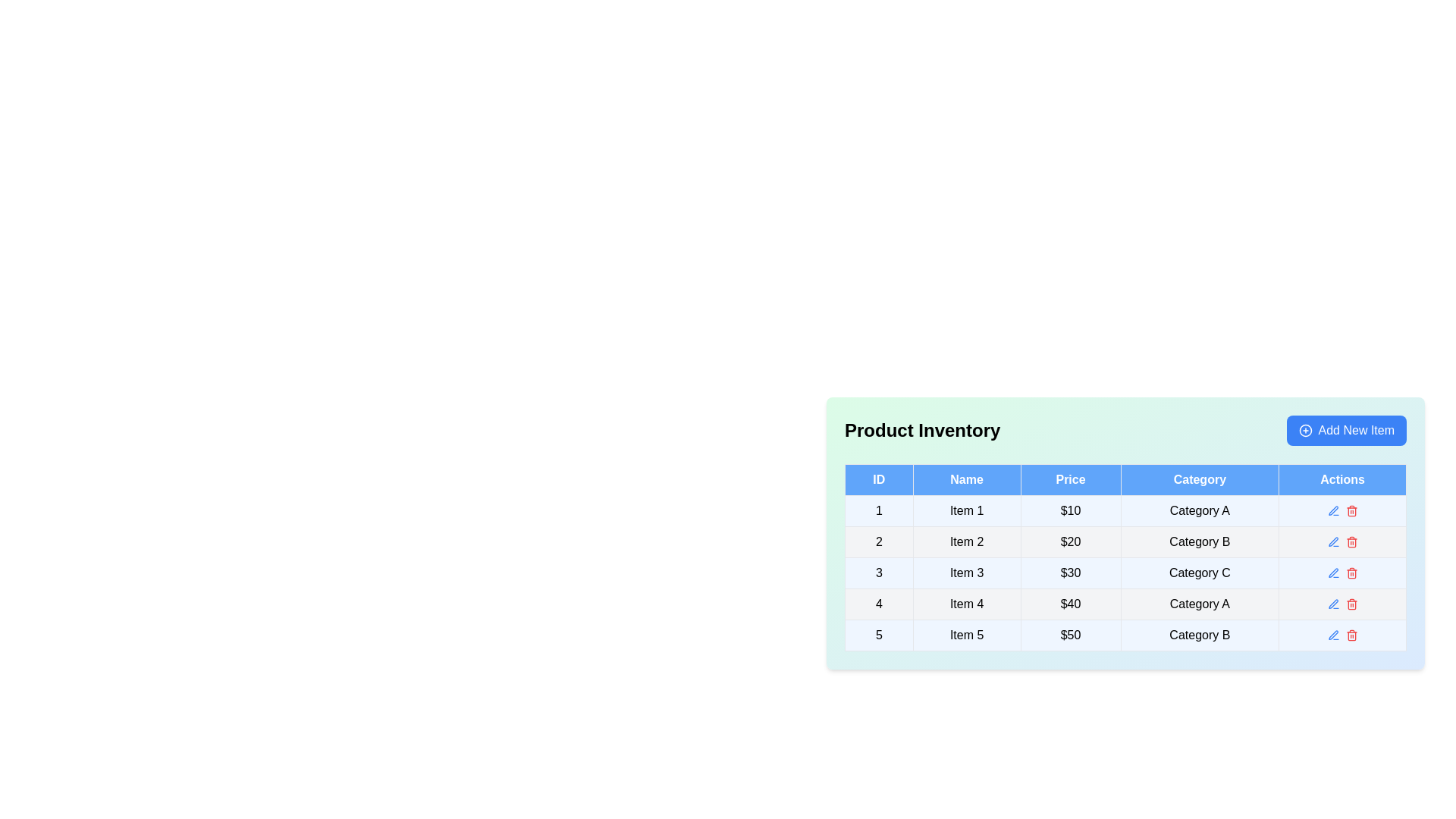  I want to click on the red trash bin icon in the Actions column of the second row, so click(1351, 541).